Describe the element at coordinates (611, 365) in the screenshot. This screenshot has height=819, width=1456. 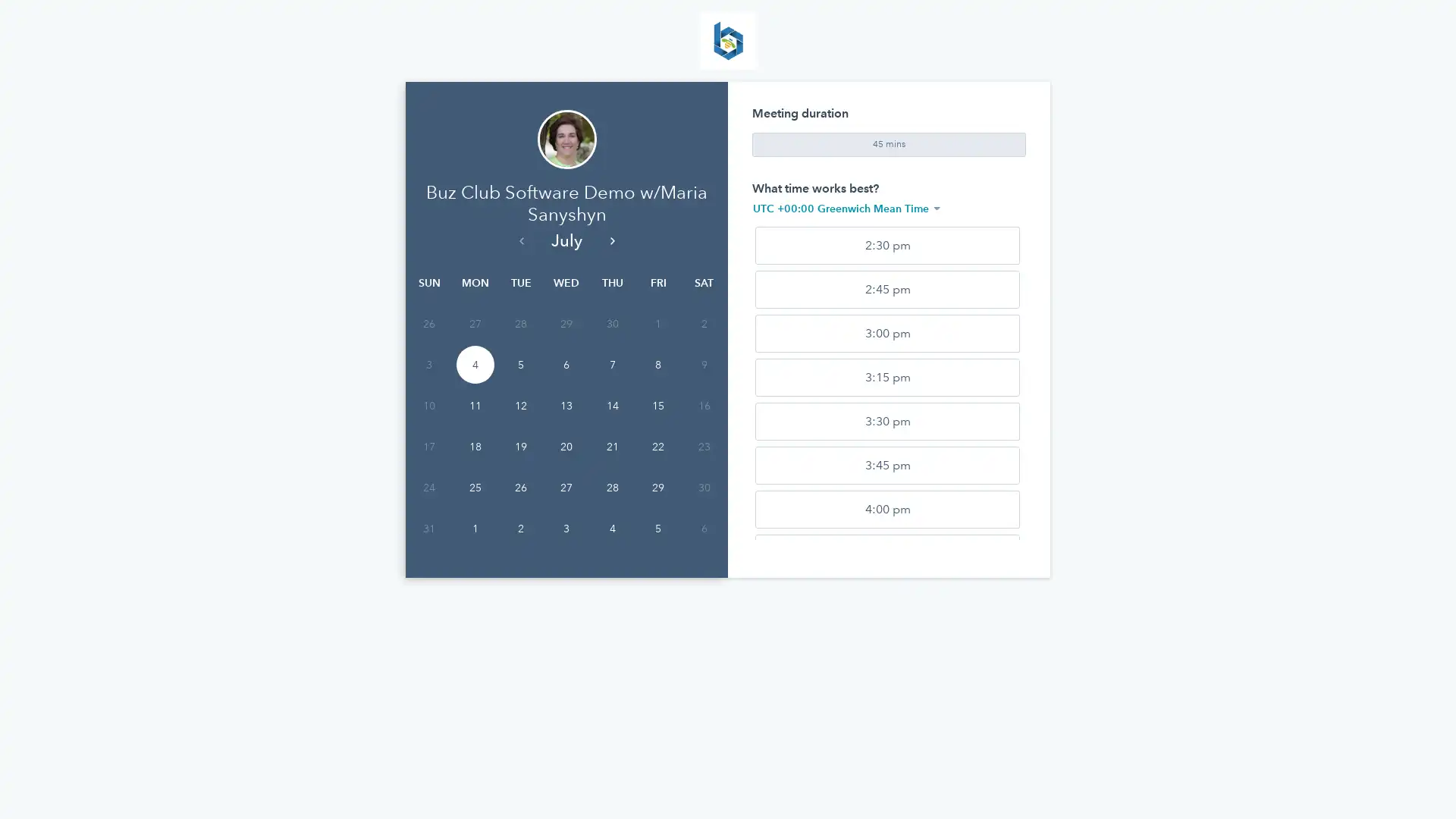
I see `July 7th` at that location.